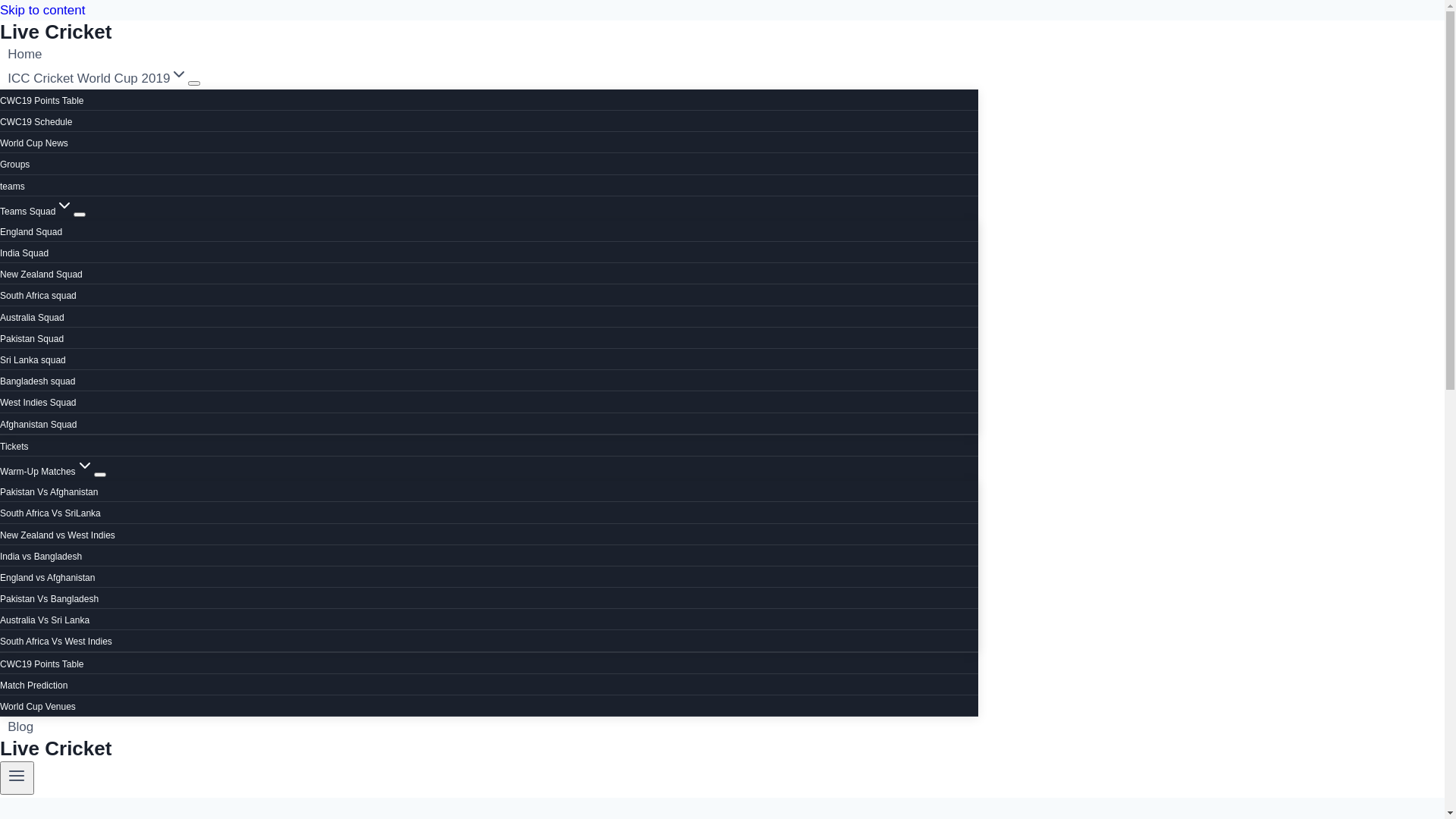 Image resolution: width=1456 pixels, height=819 pixels. Describe the element at coordinates (33, 143) in the screenshot. I see `'World Cup News'` at that location.